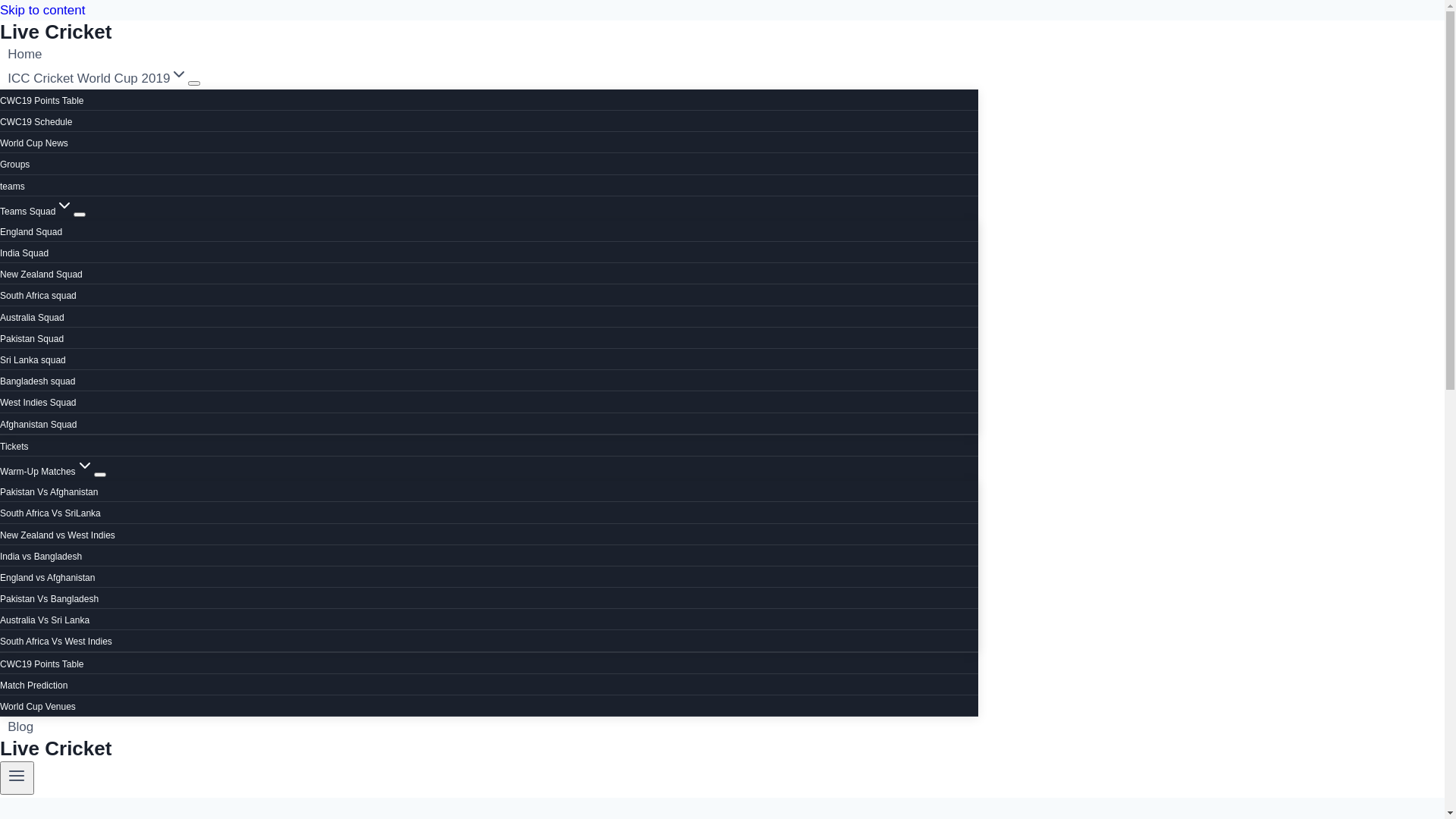 Image resolution: width=1456 pixels, height=819 pixels. Describe the element at coordinates (33, 143) in the screenshot. I see `'World Cup News'` at that location.